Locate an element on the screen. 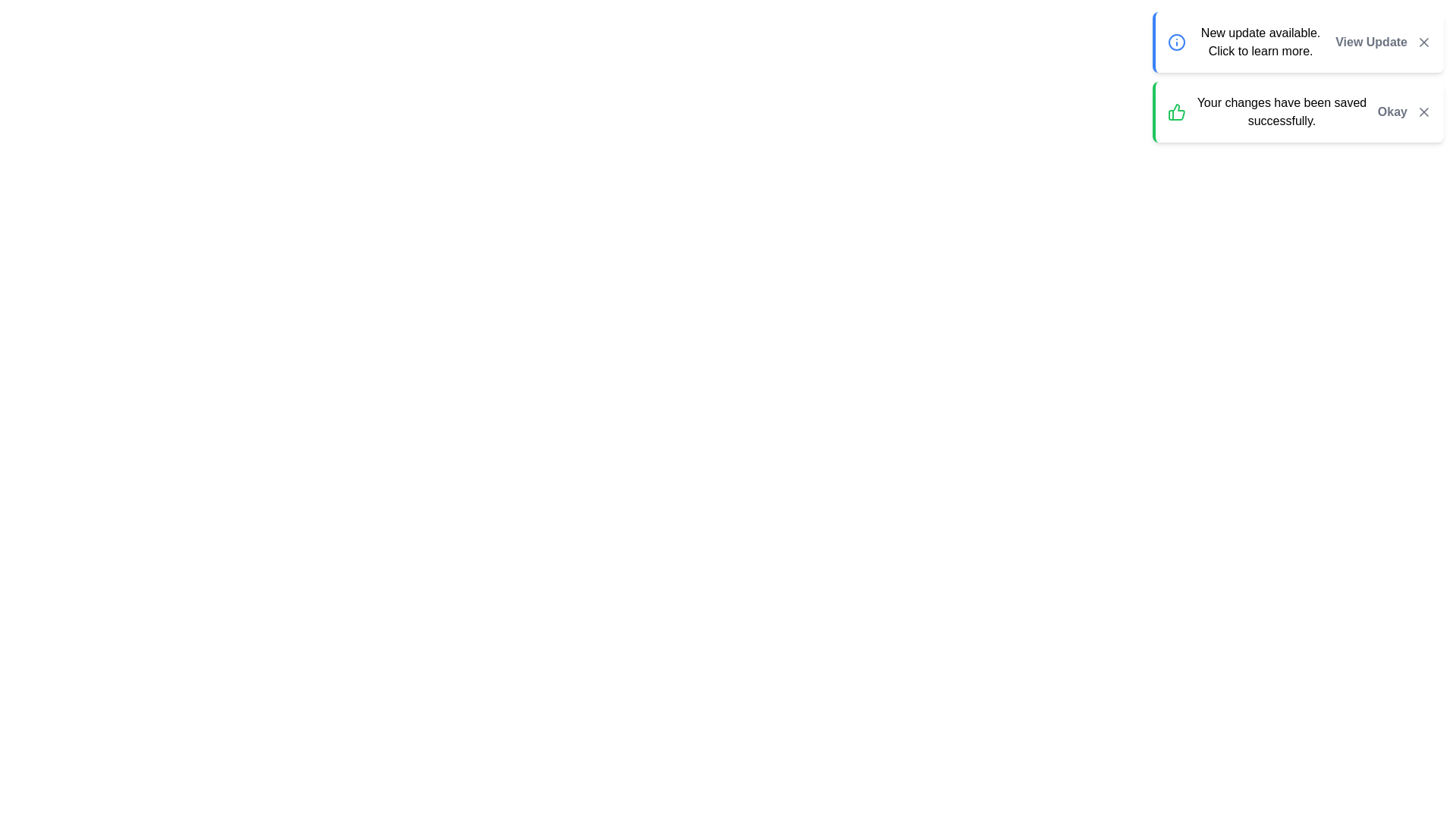  the static text stating 'New update available. Click to learn more.' which is positioned in the top right area of the interface within a notification card is located at coordinates (1260, 42).